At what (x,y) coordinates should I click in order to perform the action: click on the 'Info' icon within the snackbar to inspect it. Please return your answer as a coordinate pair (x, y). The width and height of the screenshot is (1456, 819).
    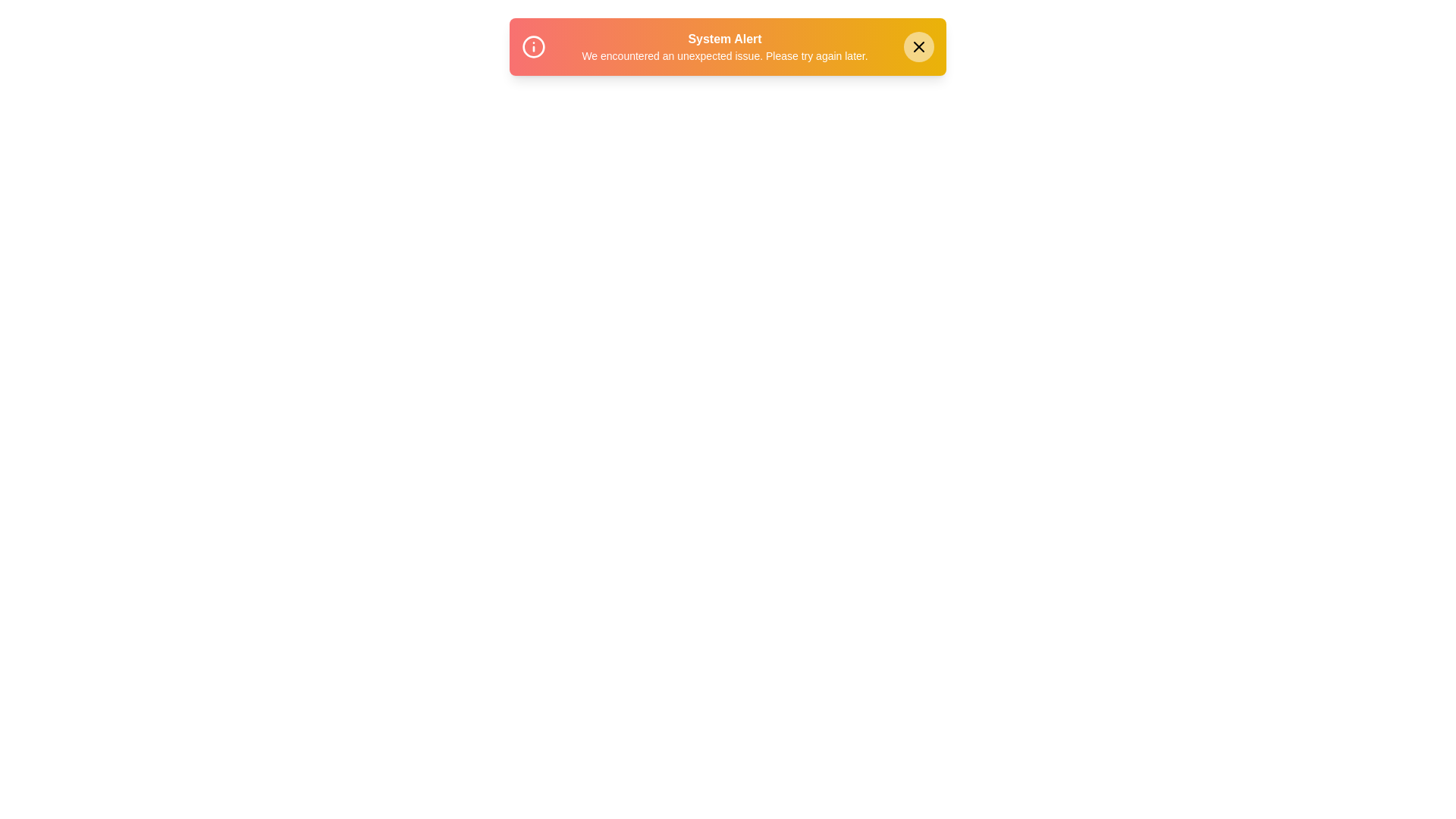
    Looking at the image, I should click on (534, 45).